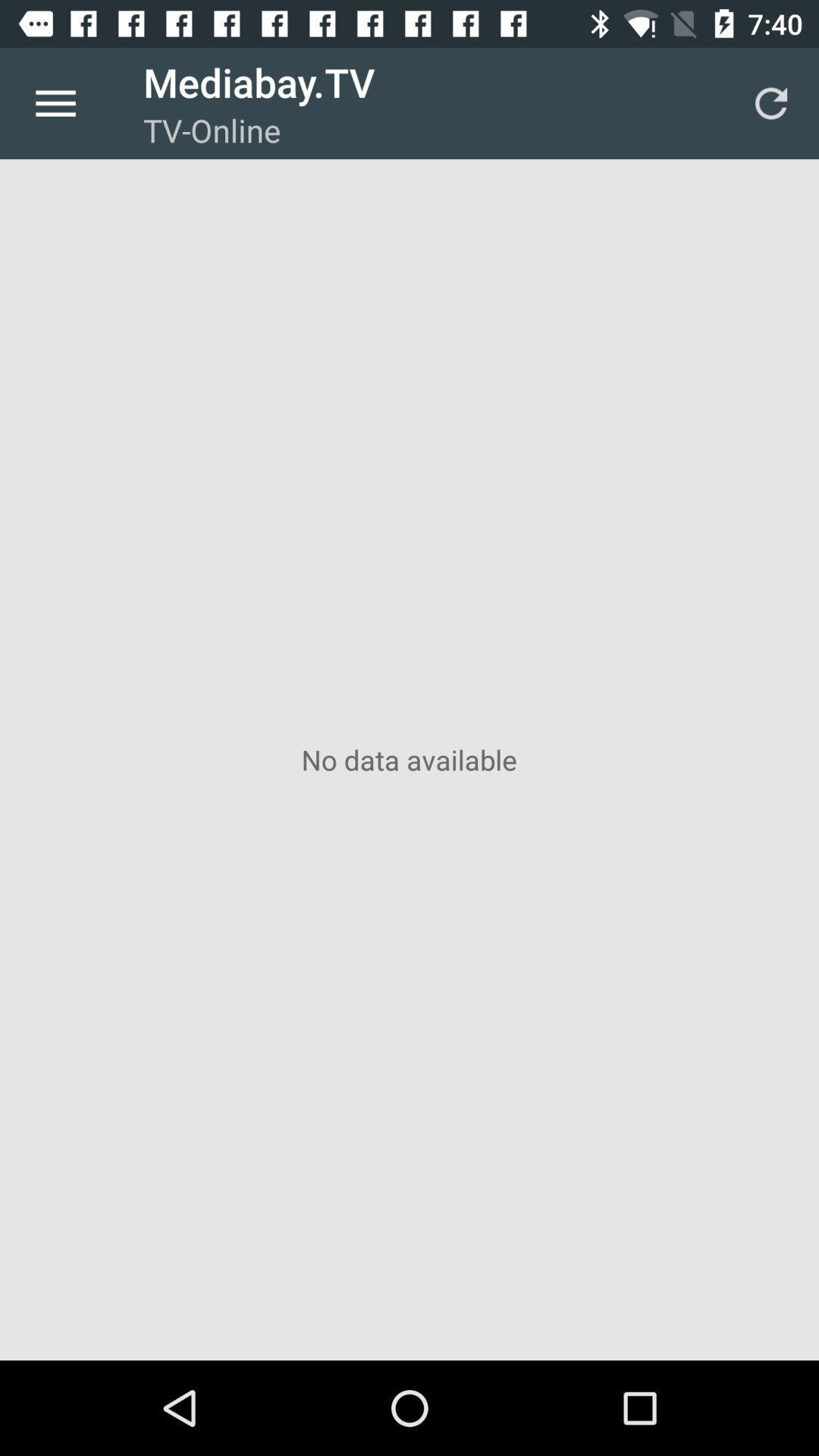  I want to click on the item at the top right corner, so click(771, 102).